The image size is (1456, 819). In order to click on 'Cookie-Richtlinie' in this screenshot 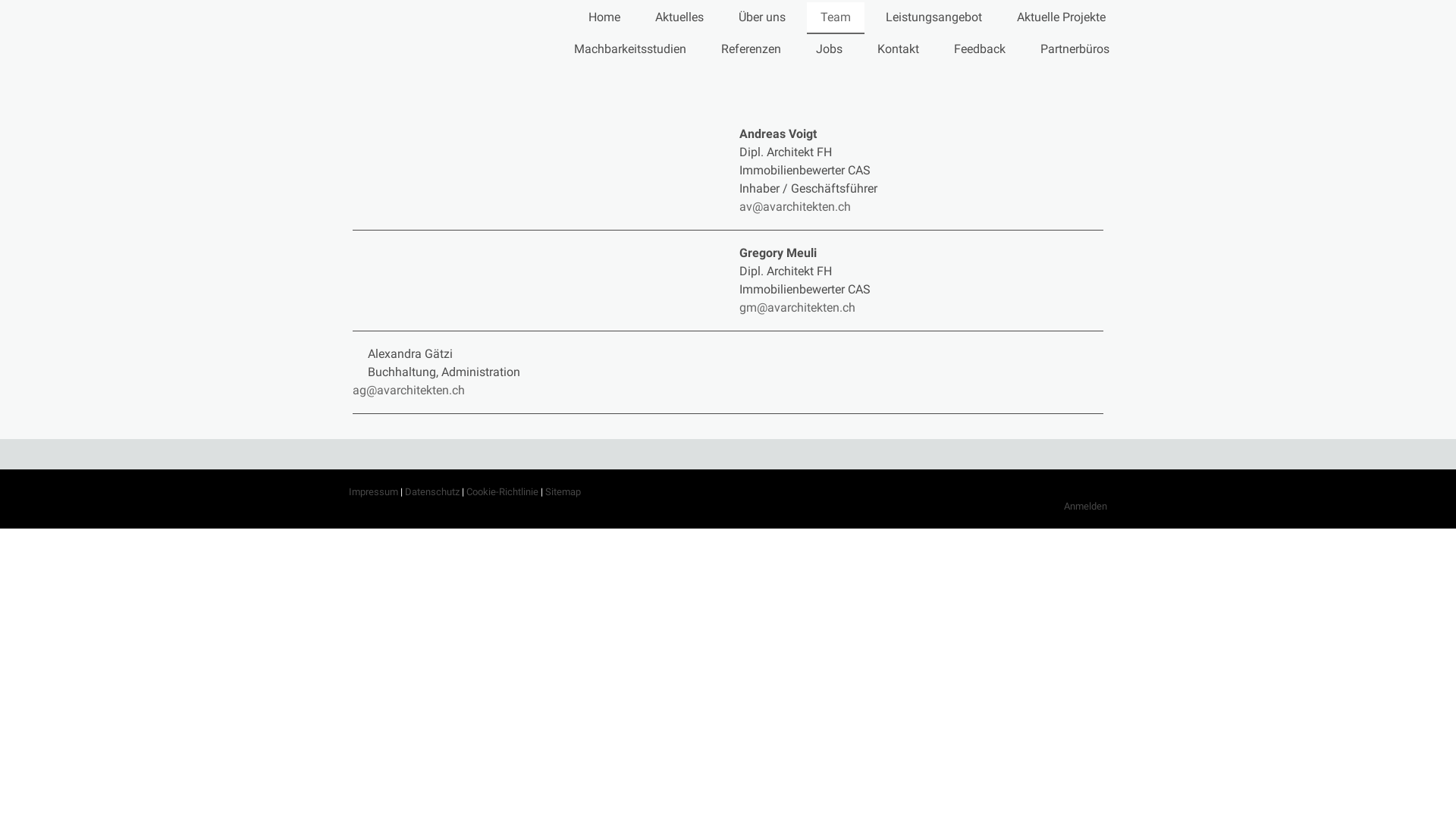, I will do `click(502, 491)`.